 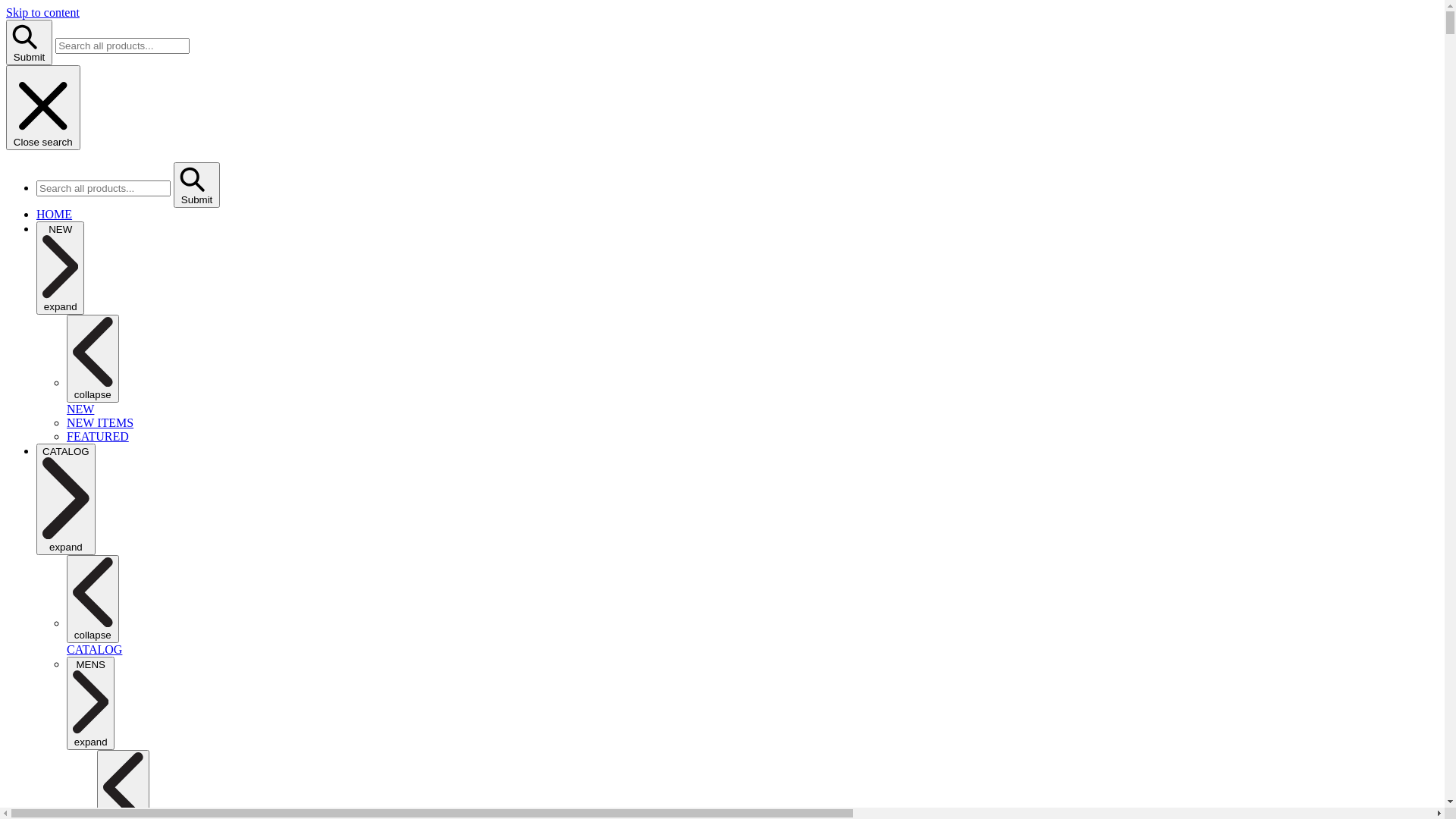 I want to click on 'NEW ITEMS', so click(x=99, y=422).